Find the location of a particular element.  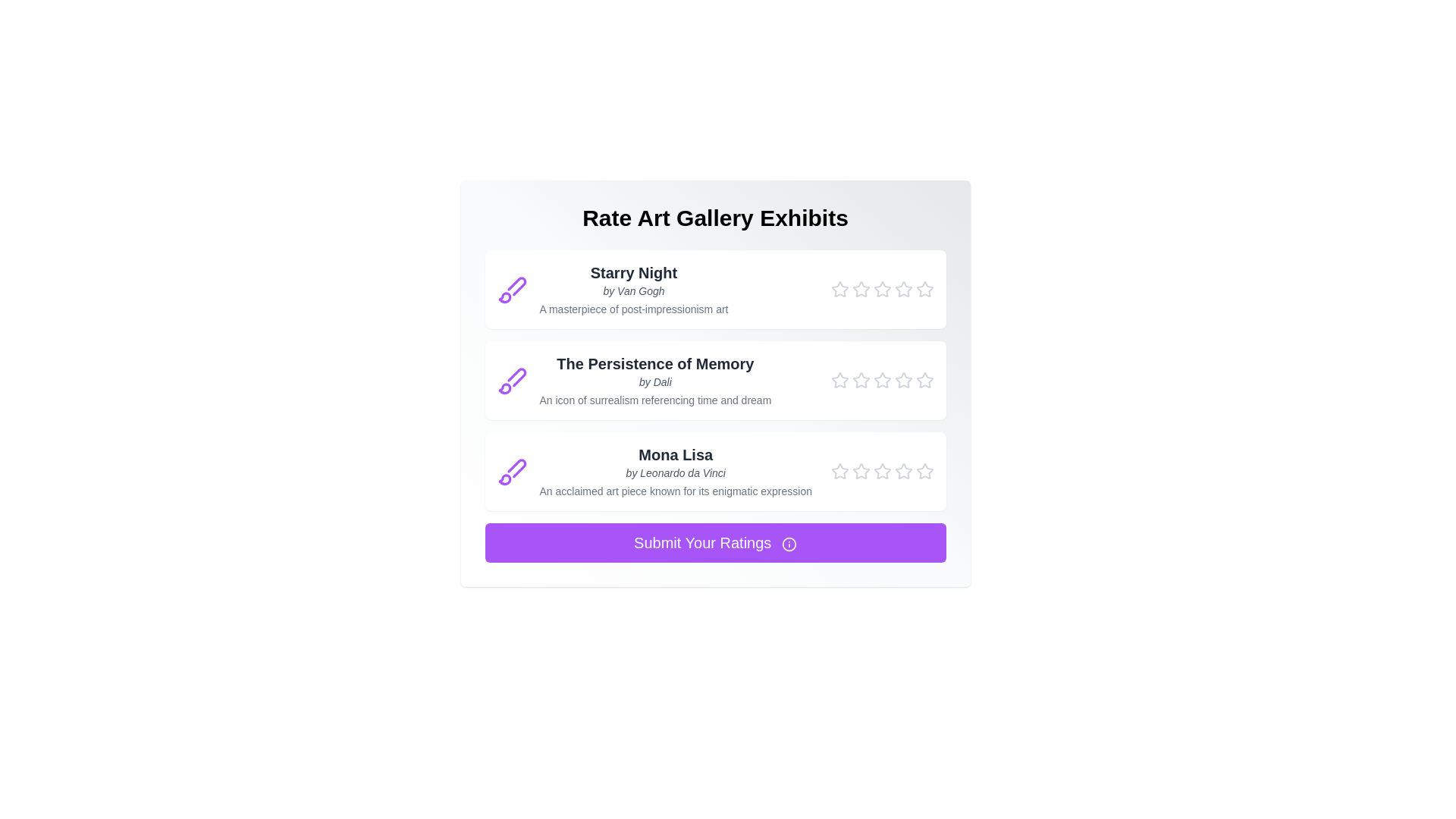

the star corresponding to 4 for the painting titled The Persistence of Memory to set its rating is located at coordinates (903, 379).